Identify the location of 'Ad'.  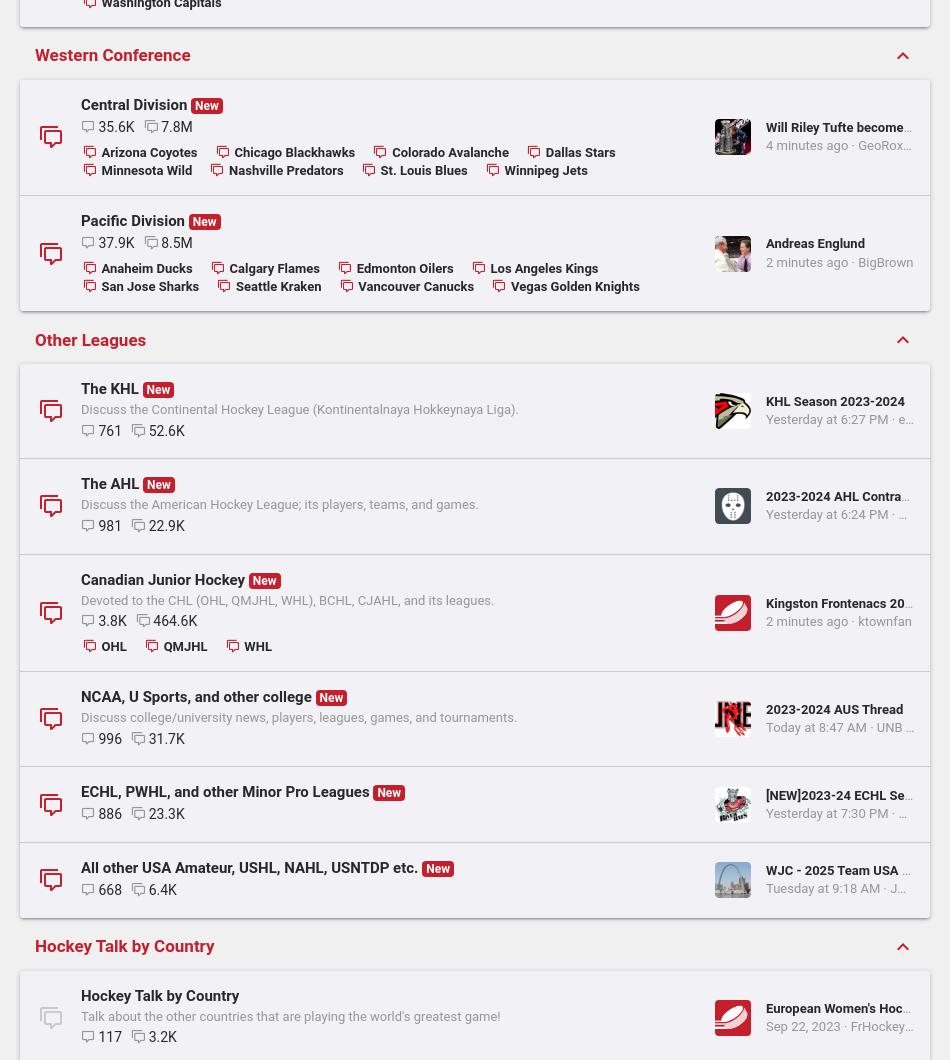
(655, 543).